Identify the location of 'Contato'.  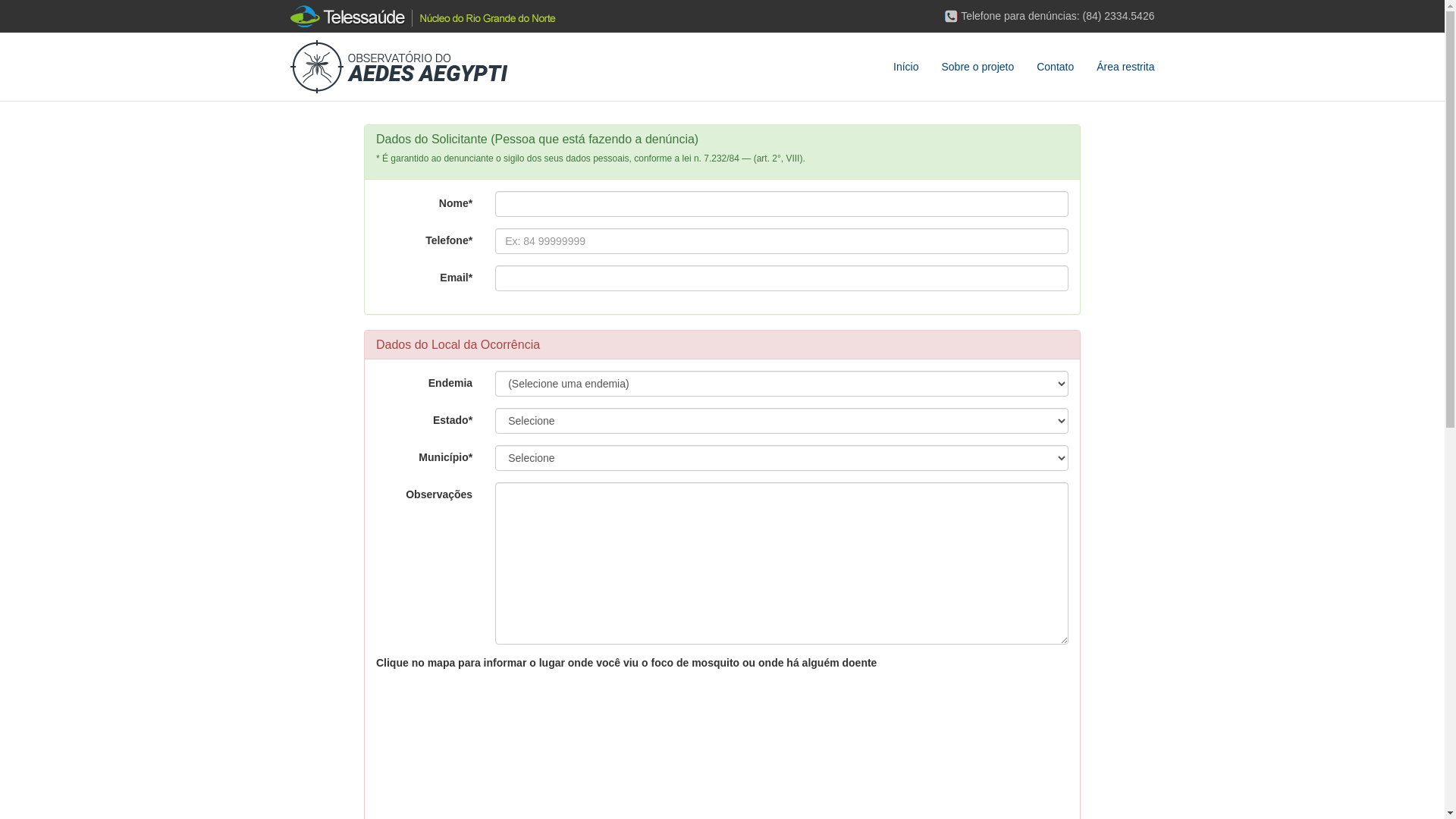
(1054, 66).